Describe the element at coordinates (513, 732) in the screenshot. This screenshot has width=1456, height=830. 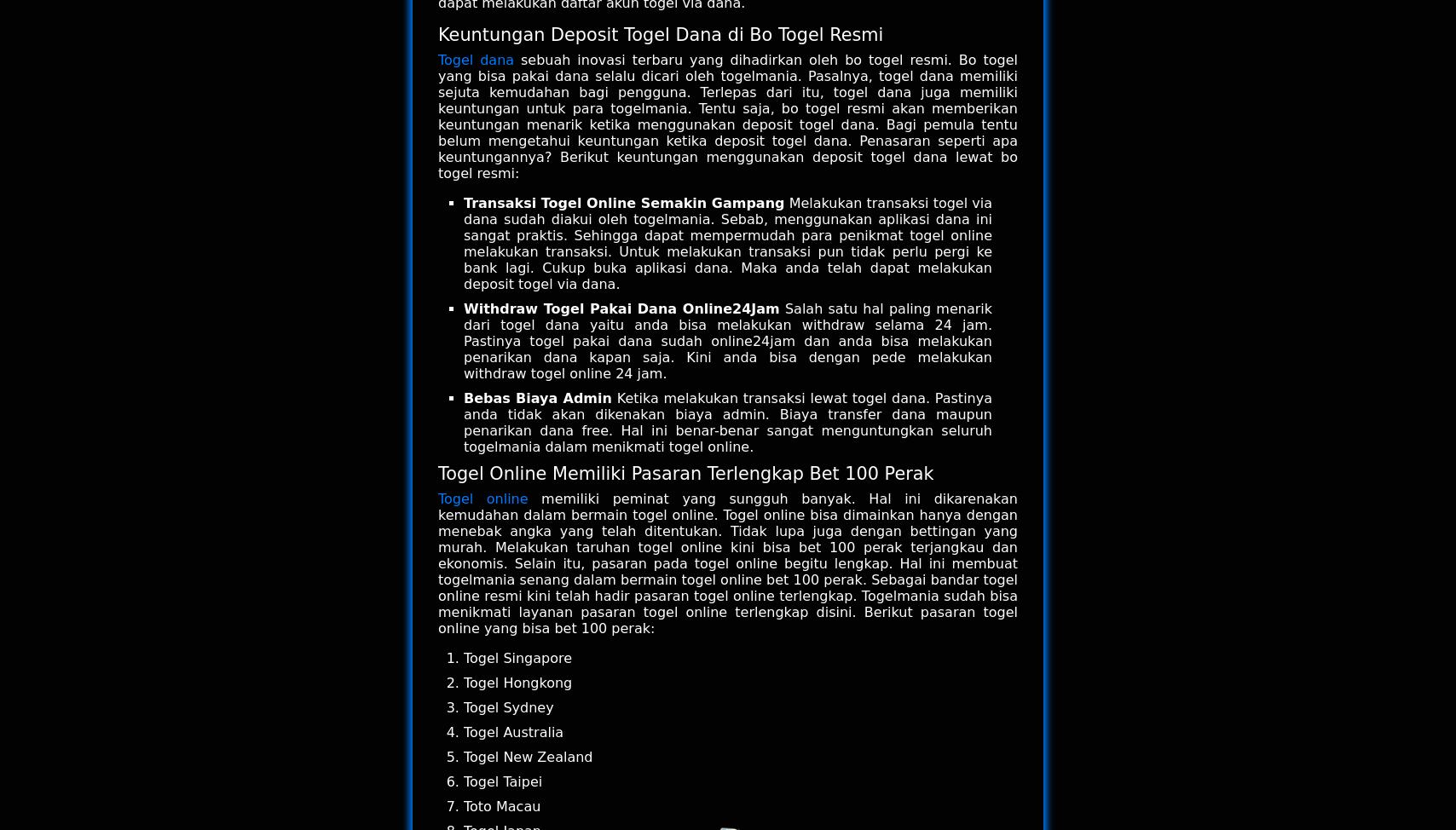
I see `'Togel Australia'` at that location.